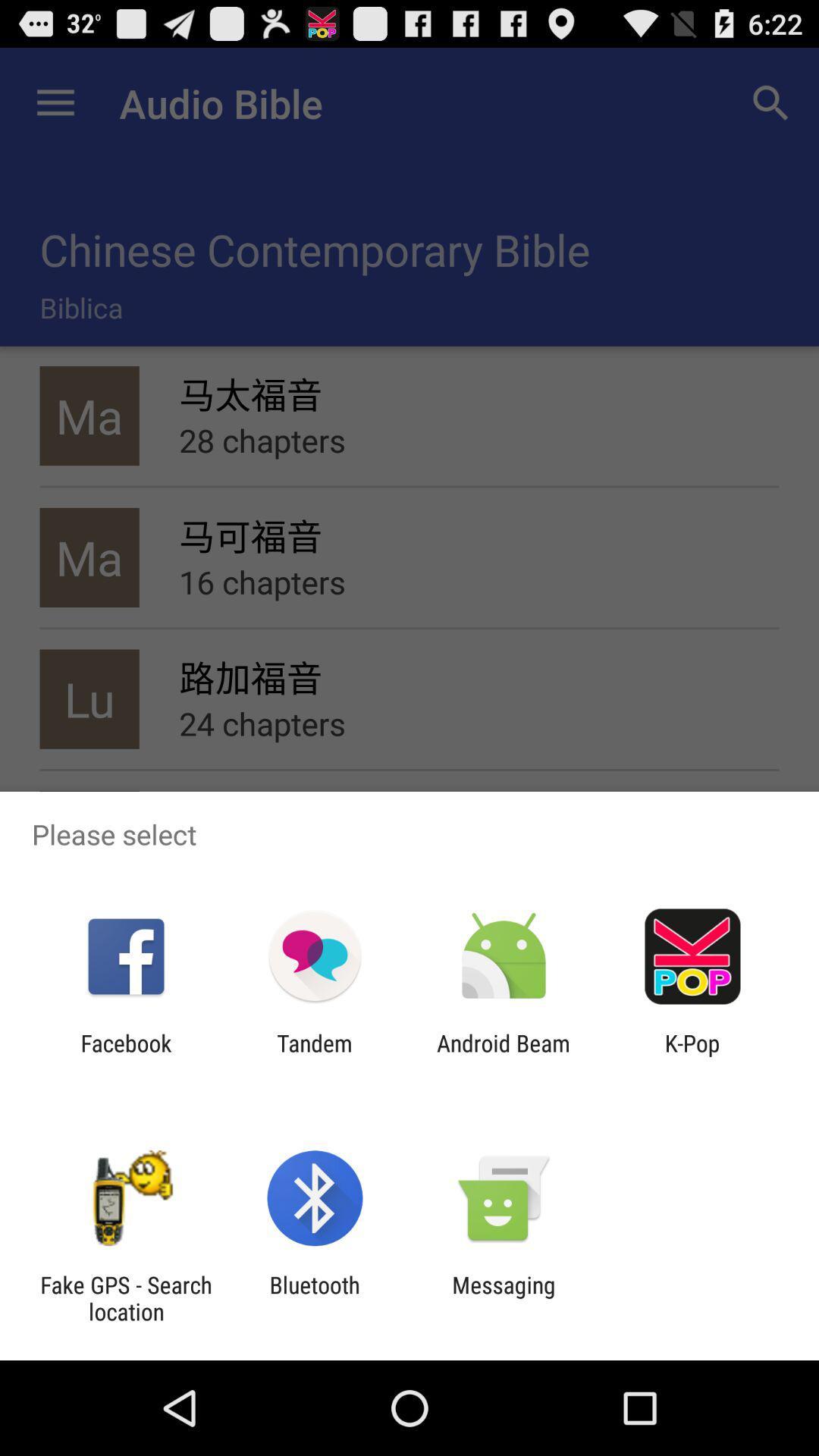 This screenshot has height=1456, width=819. Describe the element at coordinates (504, 1056) in the screenshot. I see `icon to the right of the tandem app` at that location.